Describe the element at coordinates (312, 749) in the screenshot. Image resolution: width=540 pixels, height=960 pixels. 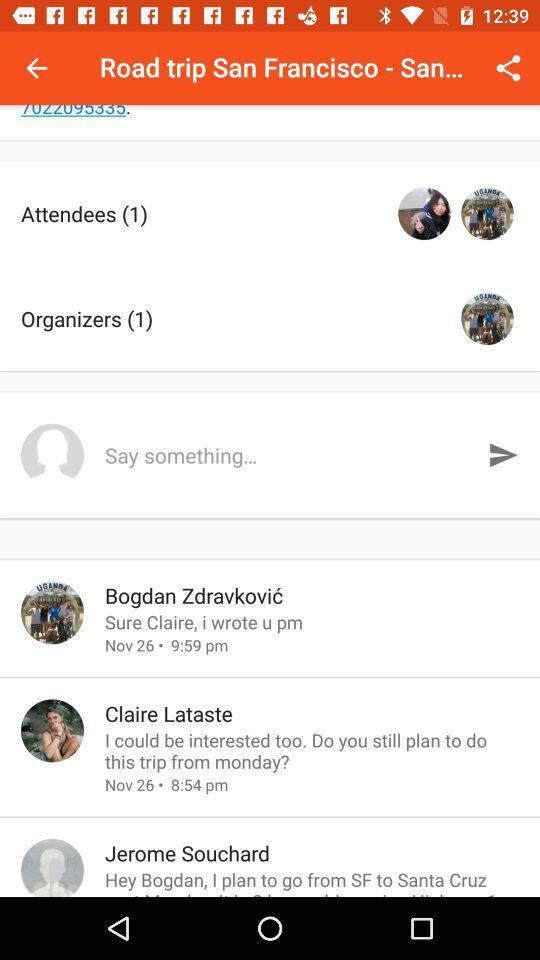
I see `icon above nov 26 8 icon` at that location.